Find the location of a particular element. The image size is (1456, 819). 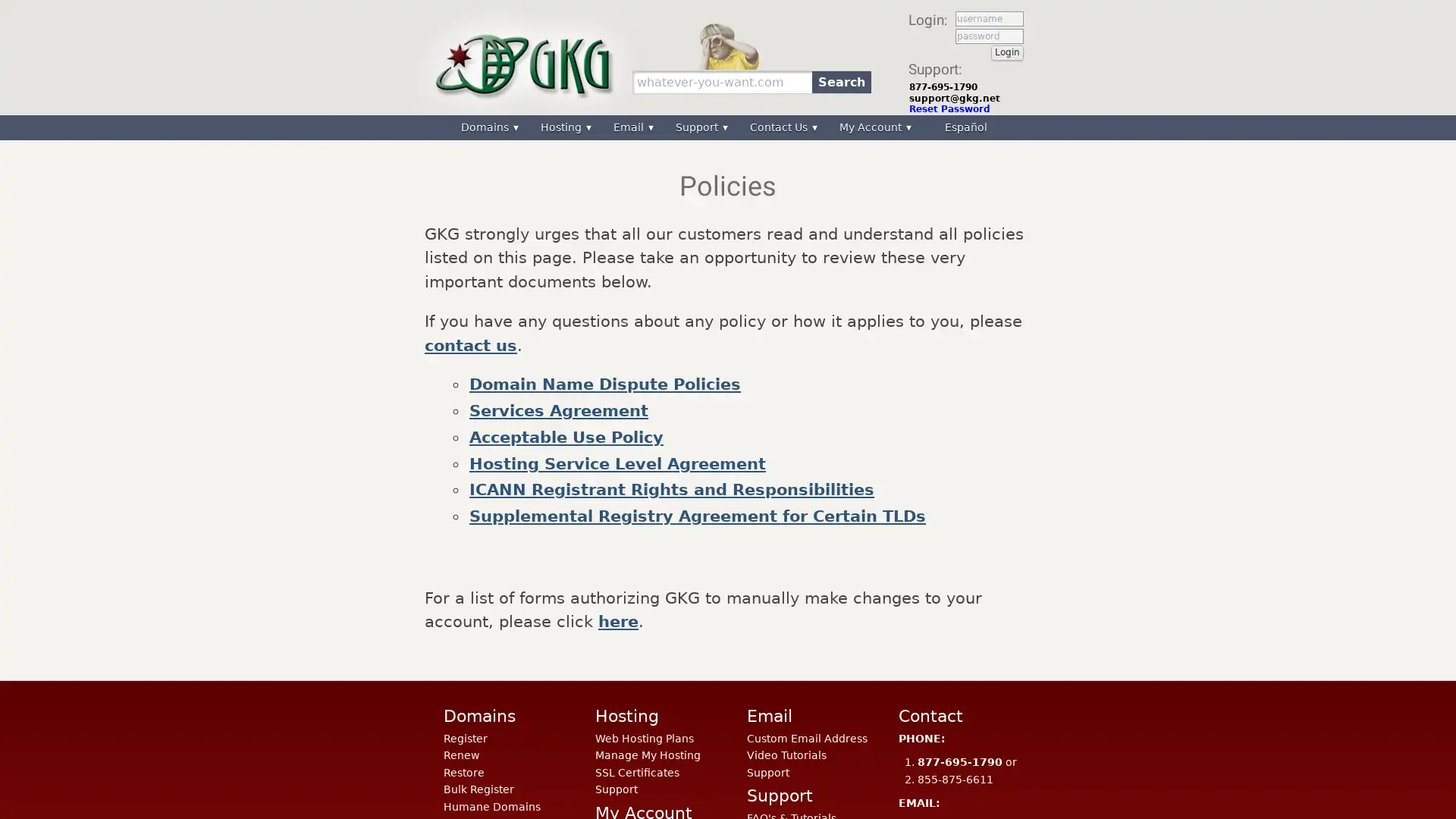

Login is located at coordinates (1007, 52).